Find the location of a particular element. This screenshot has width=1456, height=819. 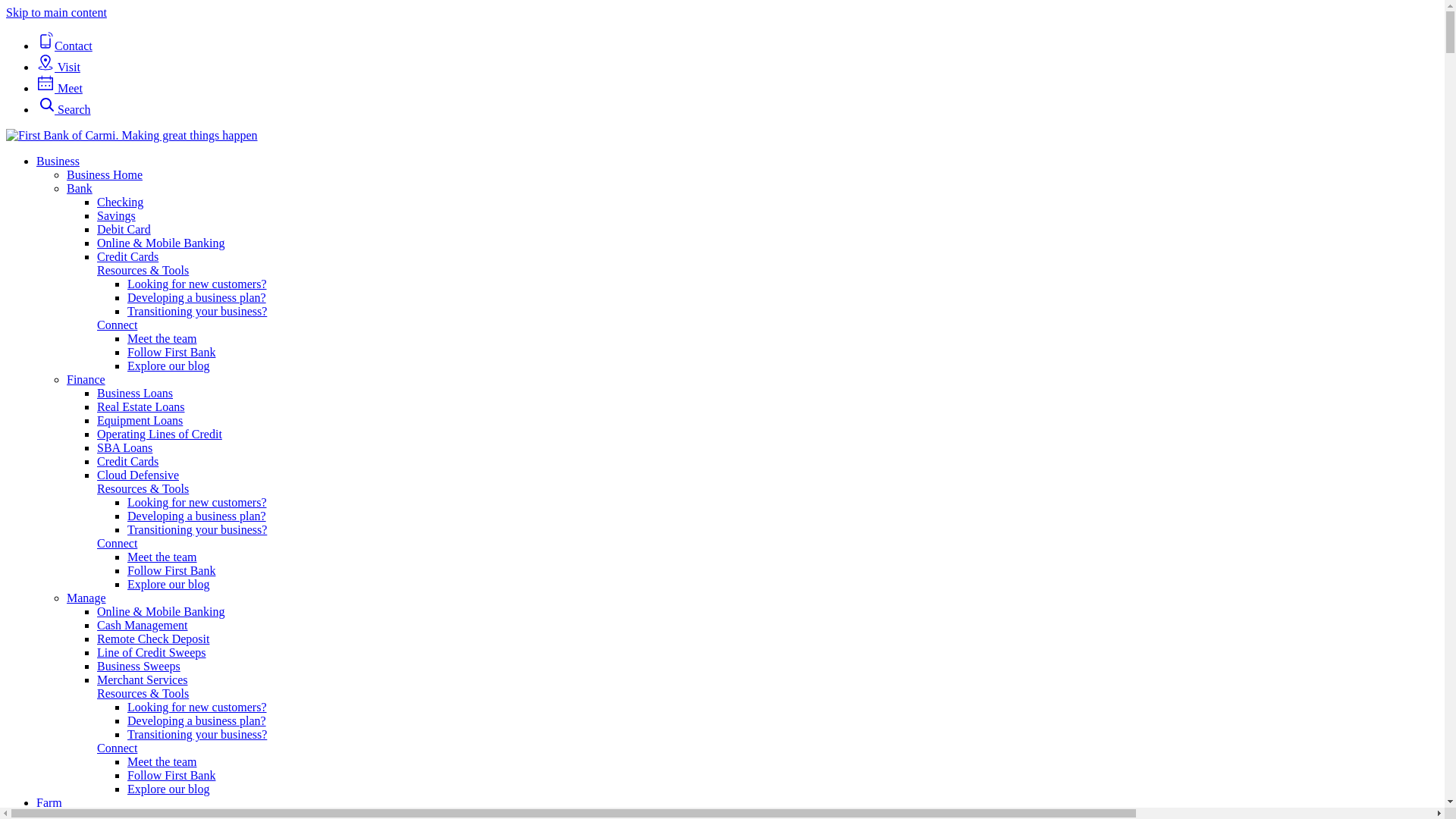

'Remote Check Deposit' is located at coordinates (152, 639).